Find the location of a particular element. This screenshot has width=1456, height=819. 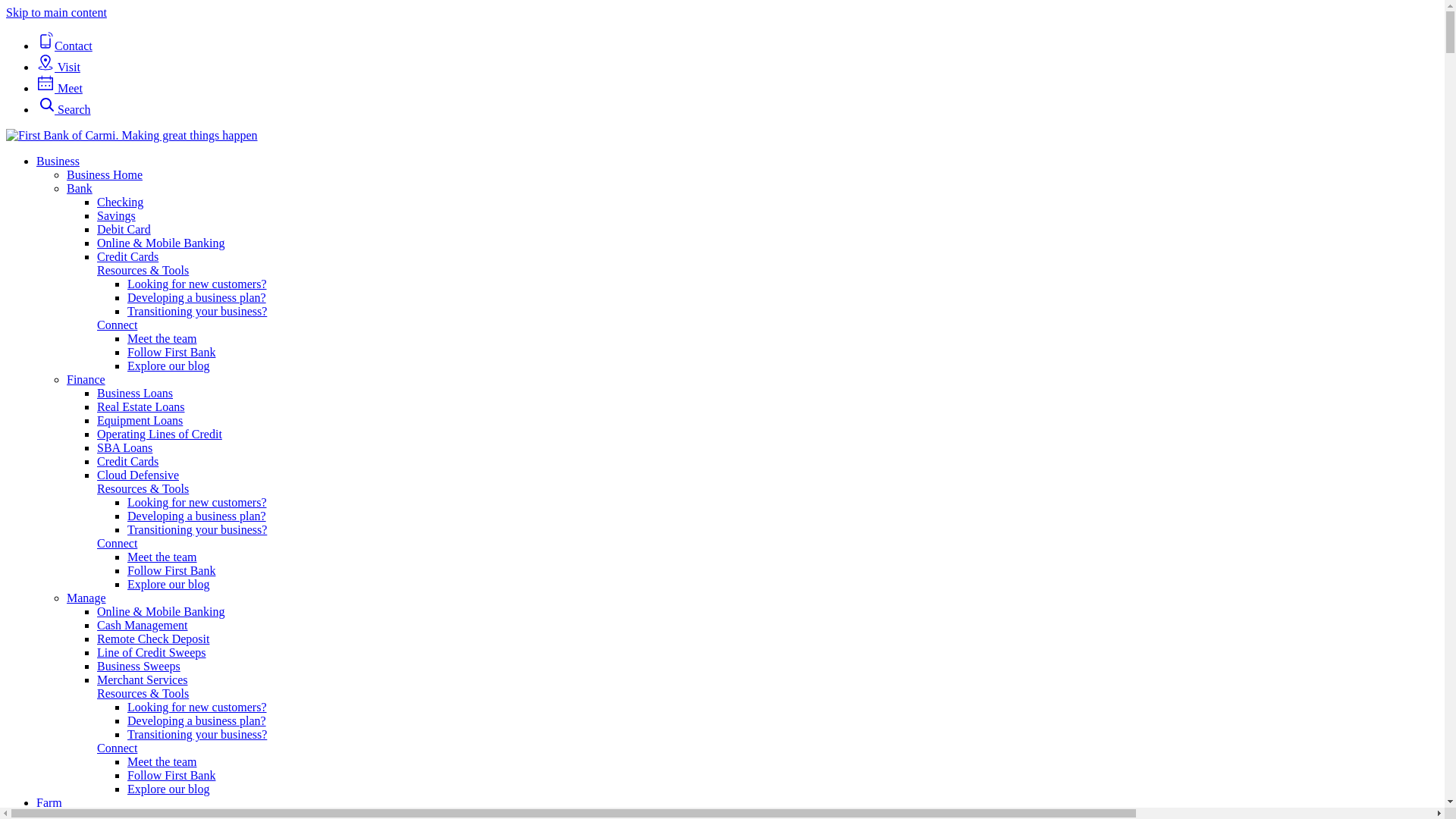

'Remote Check Deposit' is located at coordinates (152, 639).